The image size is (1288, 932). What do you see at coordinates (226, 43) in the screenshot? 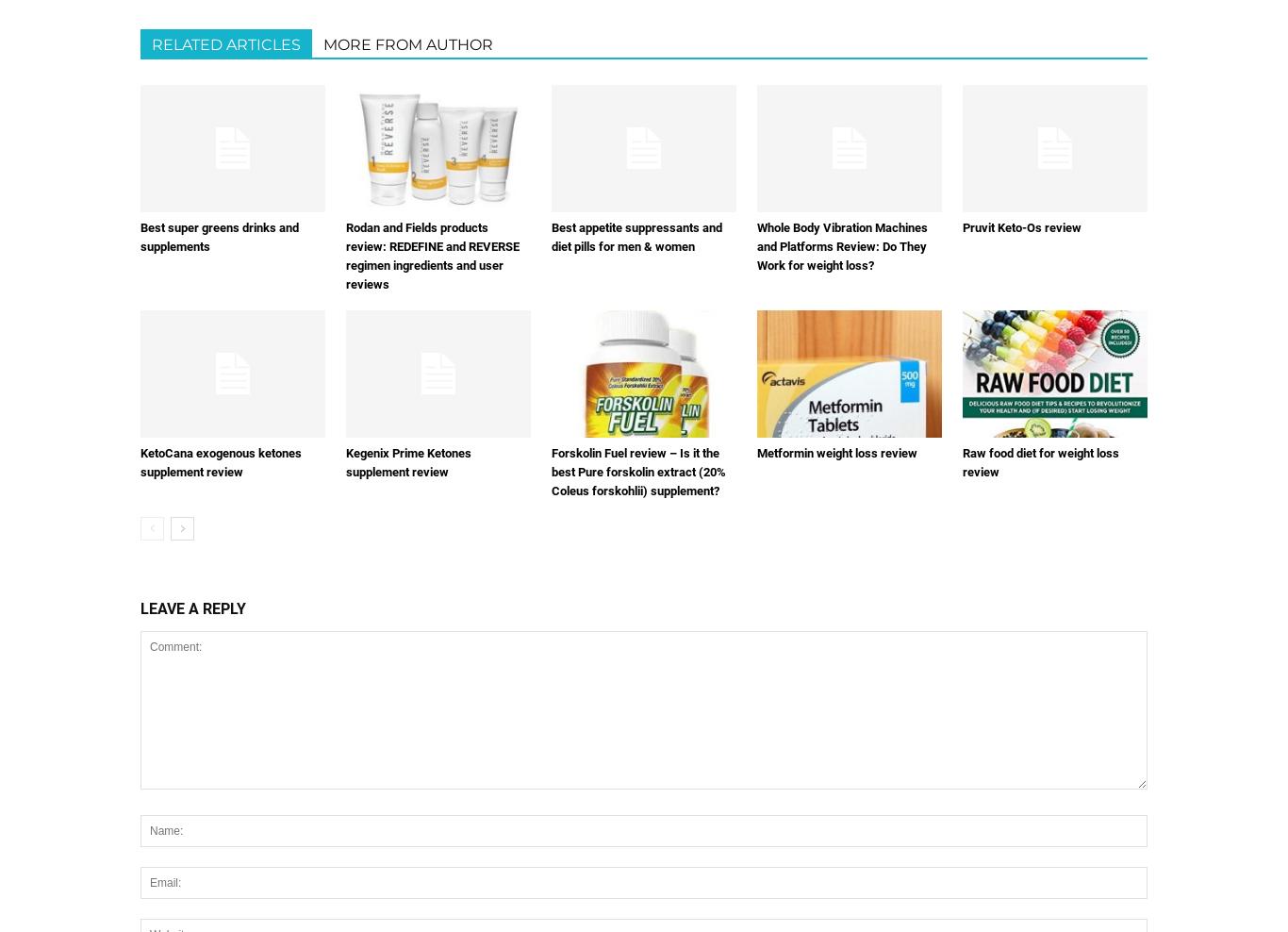
I see `'RELATED ARTICLES'` at bounding box center [226, 43].